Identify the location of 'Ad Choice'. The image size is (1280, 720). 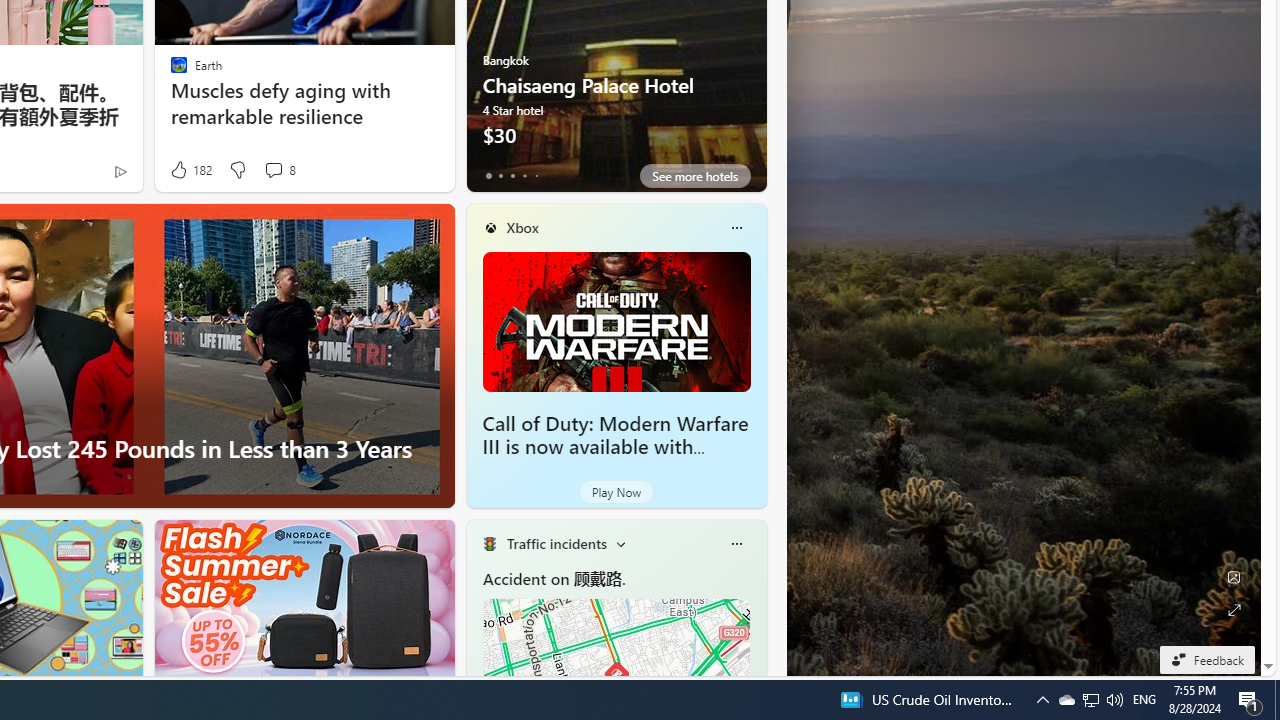
(119, 170).